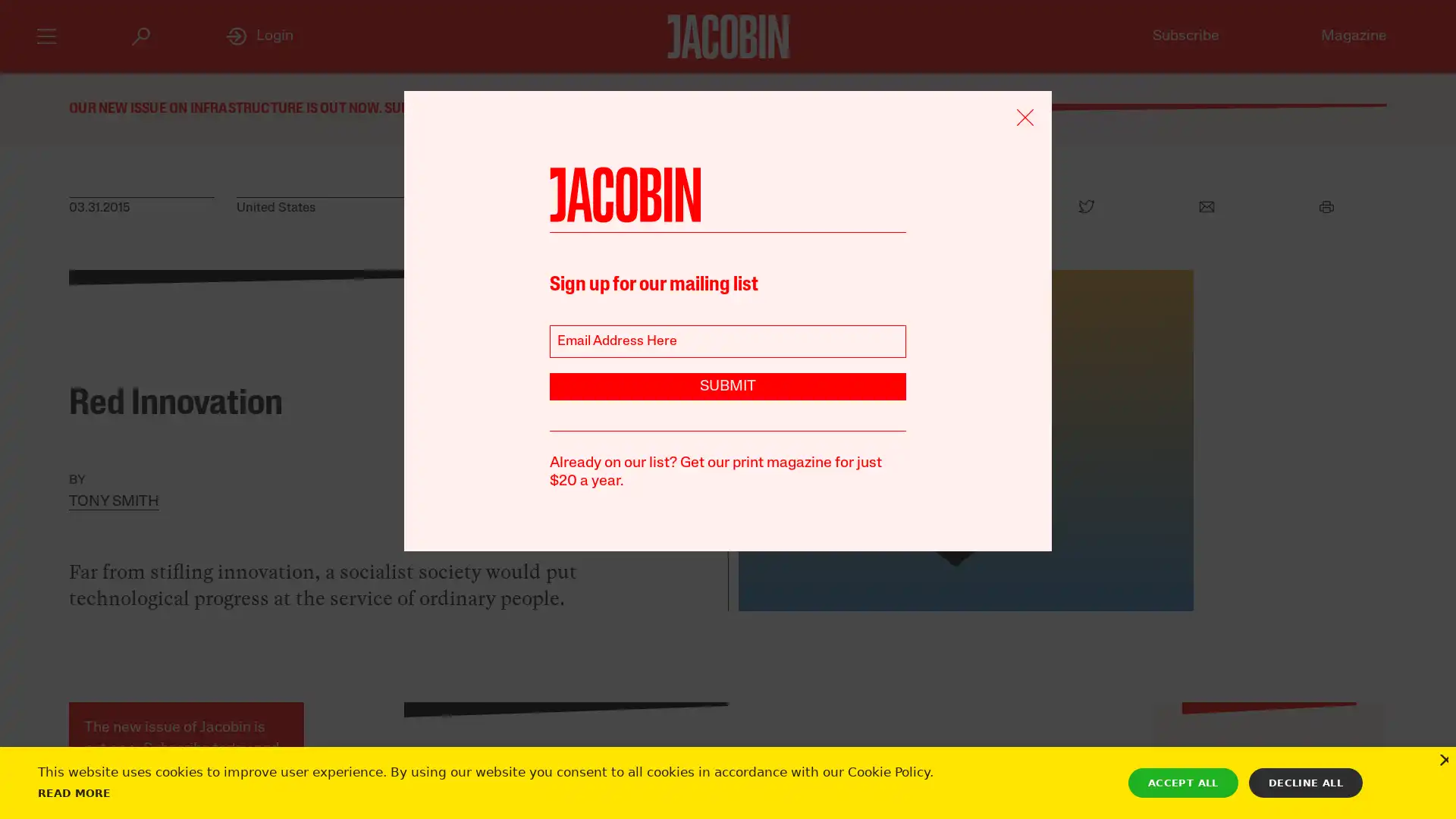 Image resolution: width=1456 pixels, height=819 pixels. What do you see at coordinates (1304, 782) in the screenshot?
I see `DECLINE ALL` at bounding box center [1304, 782].